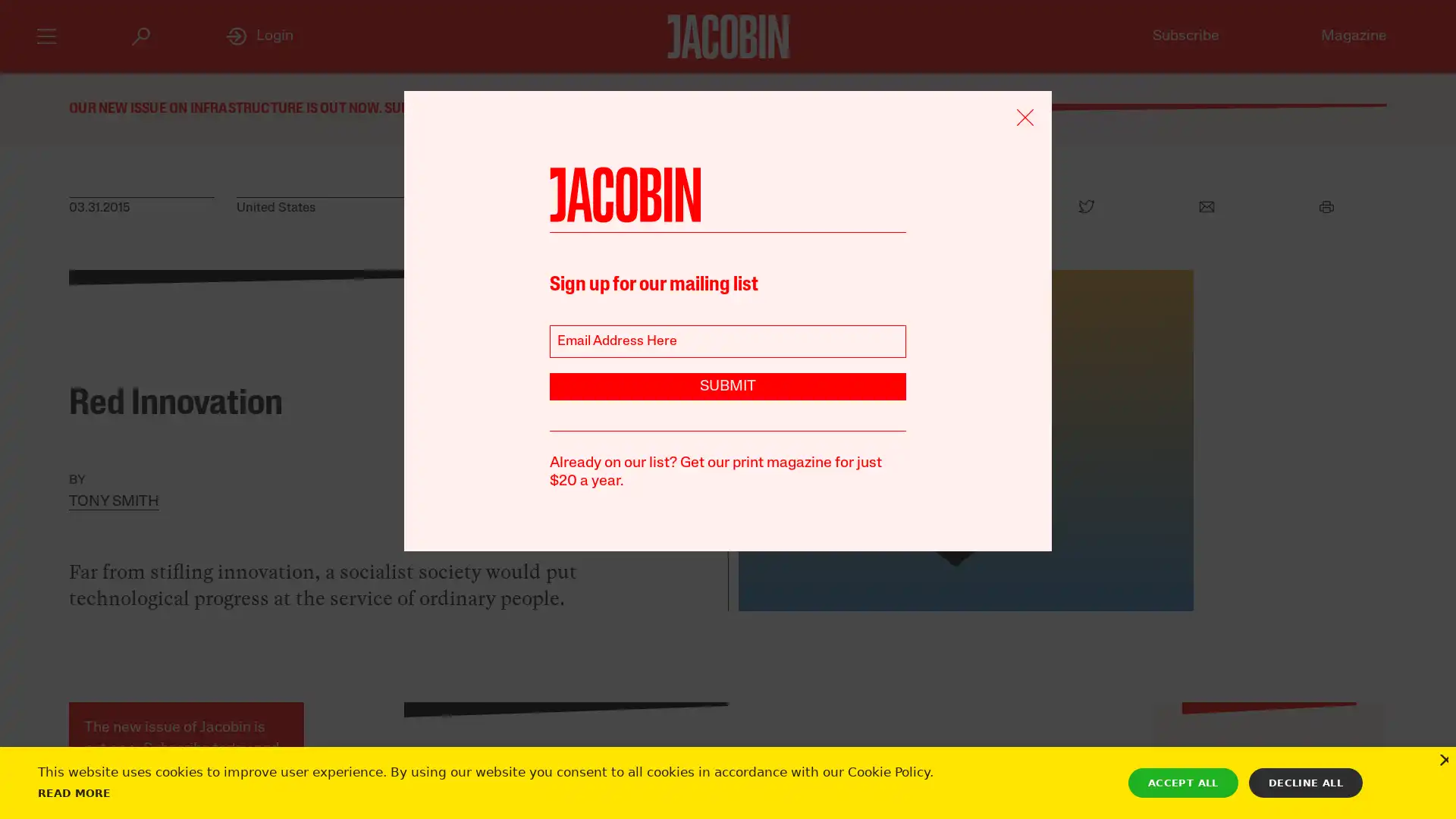 Image resolution: width=1456 pixels, height=819 pixels. What do you see at coordinates (1304, 782) in the screenshot?
I see `DECLINE ALL` at bounding box center [1304, 782].